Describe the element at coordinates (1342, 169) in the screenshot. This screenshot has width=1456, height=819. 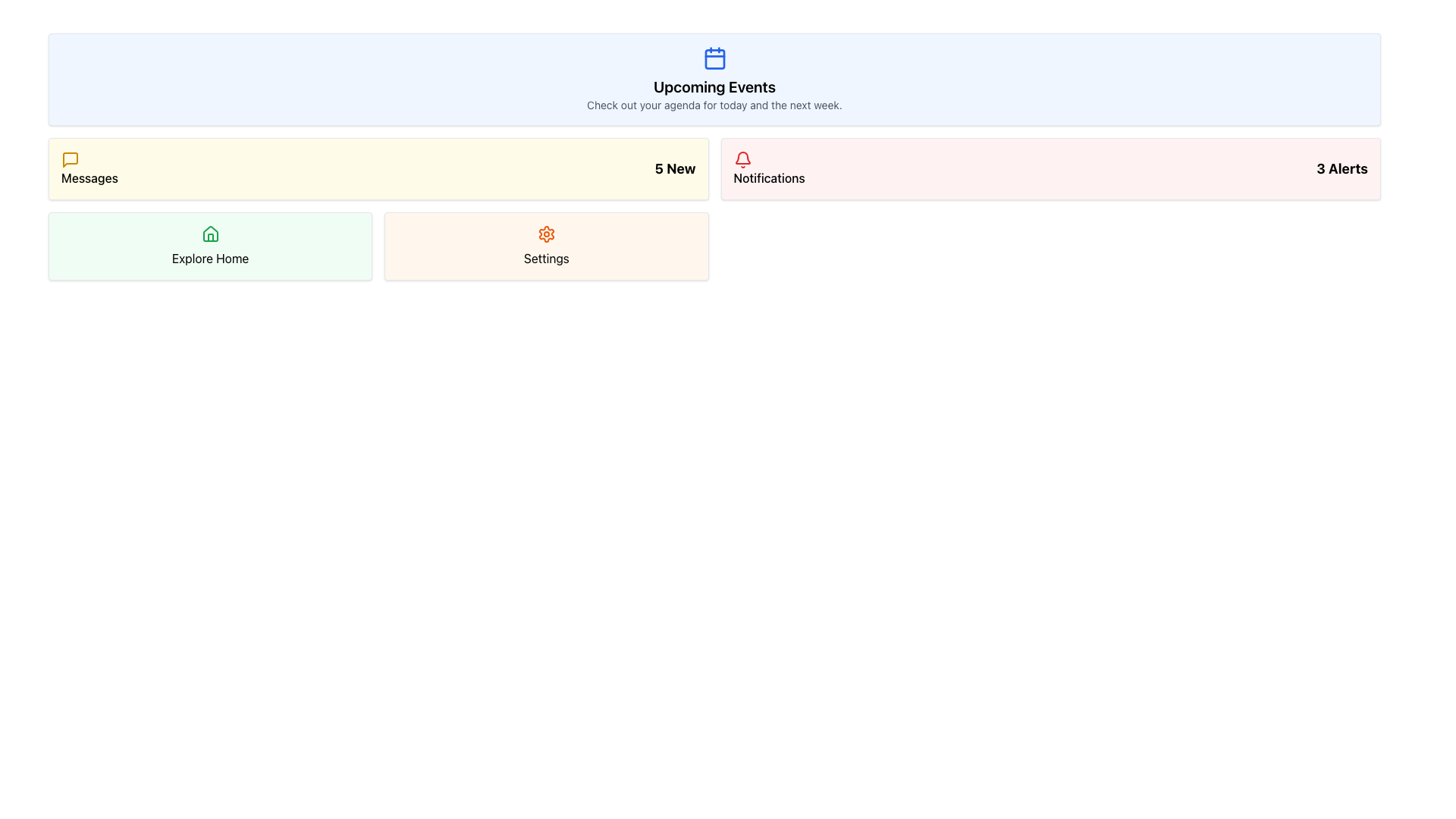
I see `the text label indicating the number of alerts within the notifications pane, located on the right side of the second row adjacent to 'Notifications'` at that location.